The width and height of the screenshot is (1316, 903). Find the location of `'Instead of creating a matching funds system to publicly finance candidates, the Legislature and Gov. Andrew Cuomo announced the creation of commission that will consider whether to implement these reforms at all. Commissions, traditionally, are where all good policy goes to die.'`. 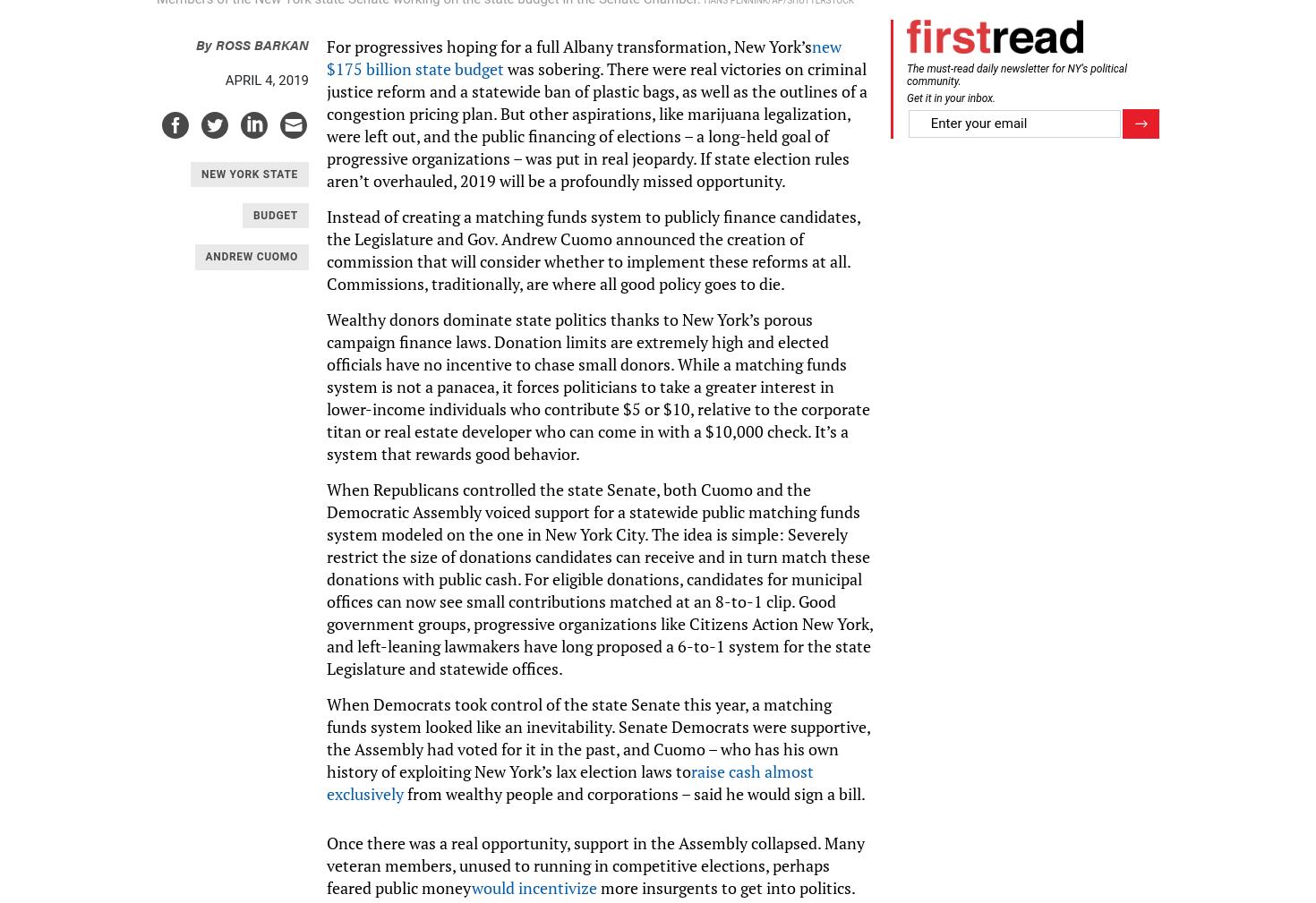

'Instead of creating a matching funds system to publicly finance candidates, the Legislature and Gov. Andrew Cuomo announced the creation of commission that will consider whether to implement these reforms at all. Commissions, traditionally, are where all good policy goes to die.' is located at coordinates (592, 248).